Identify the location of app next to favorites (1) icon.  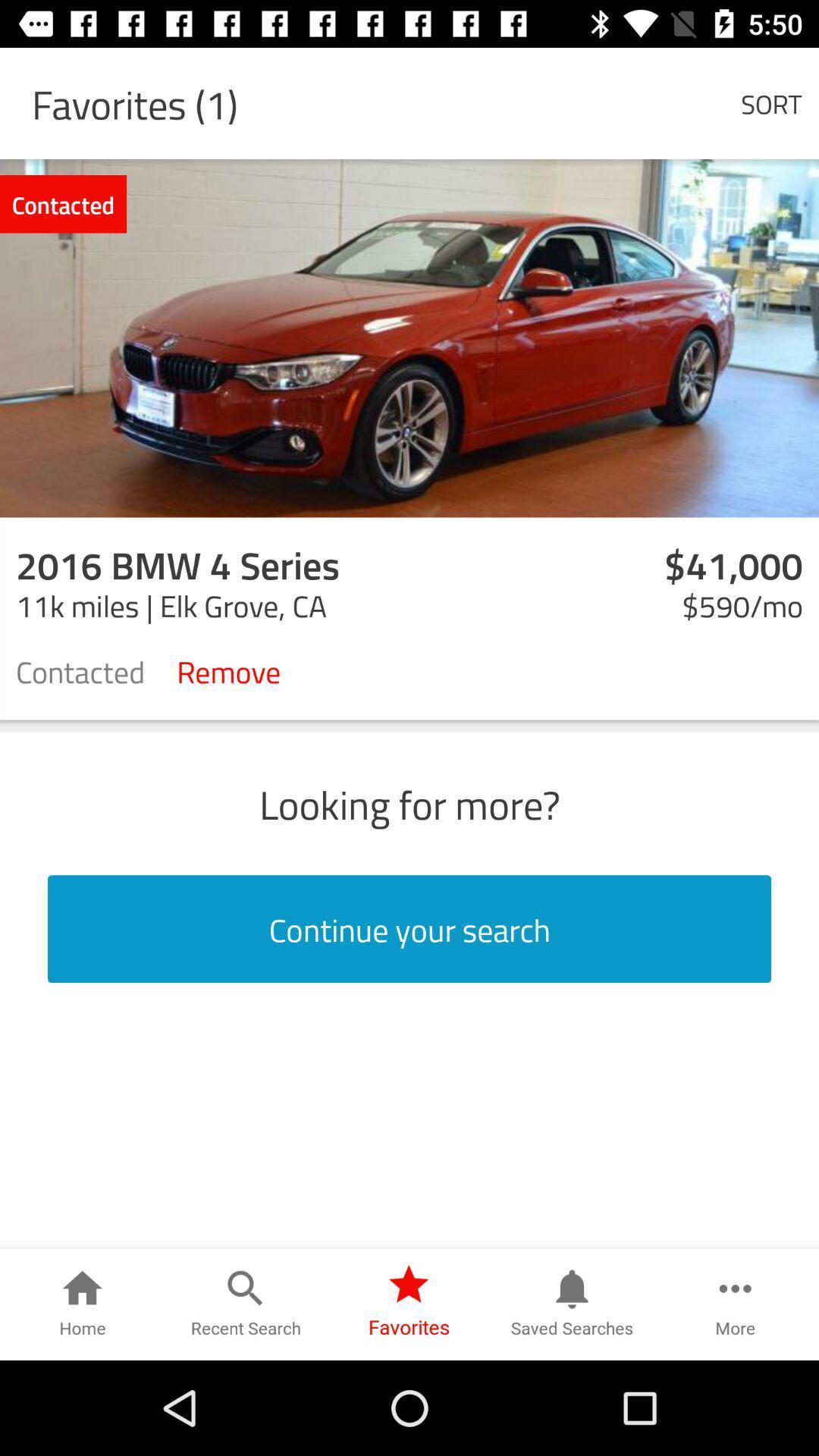
(771, 102).